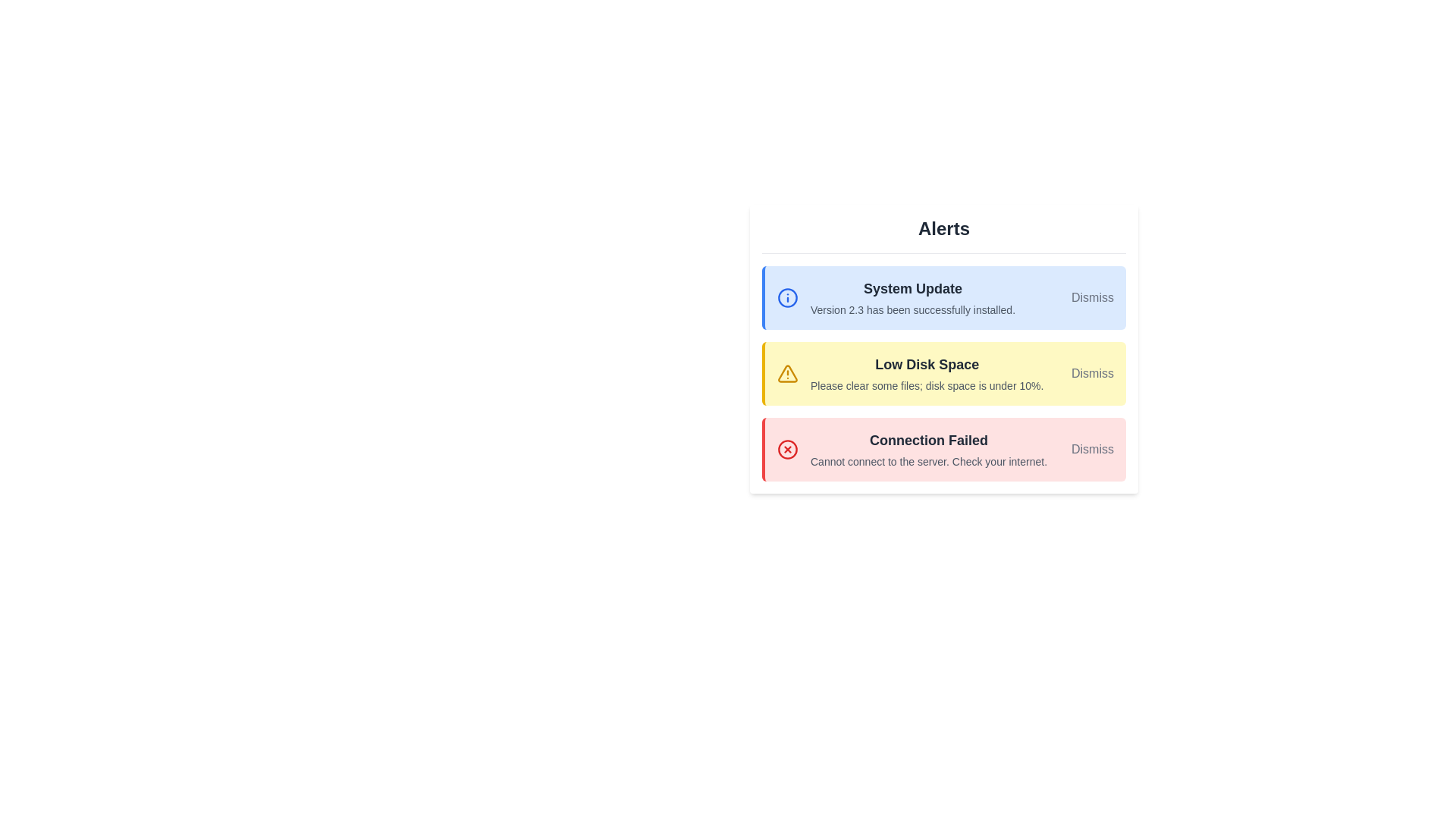 Image resolution: width=1456 pixels, height=819 pixels. Describe the element at coordinates (787, 374) in the screenshot. I see `the warning icon indicating low disk space alert, which is located in the yellow section of the alerts panel, to the left of the title 'Low Disk Space'` at that location.